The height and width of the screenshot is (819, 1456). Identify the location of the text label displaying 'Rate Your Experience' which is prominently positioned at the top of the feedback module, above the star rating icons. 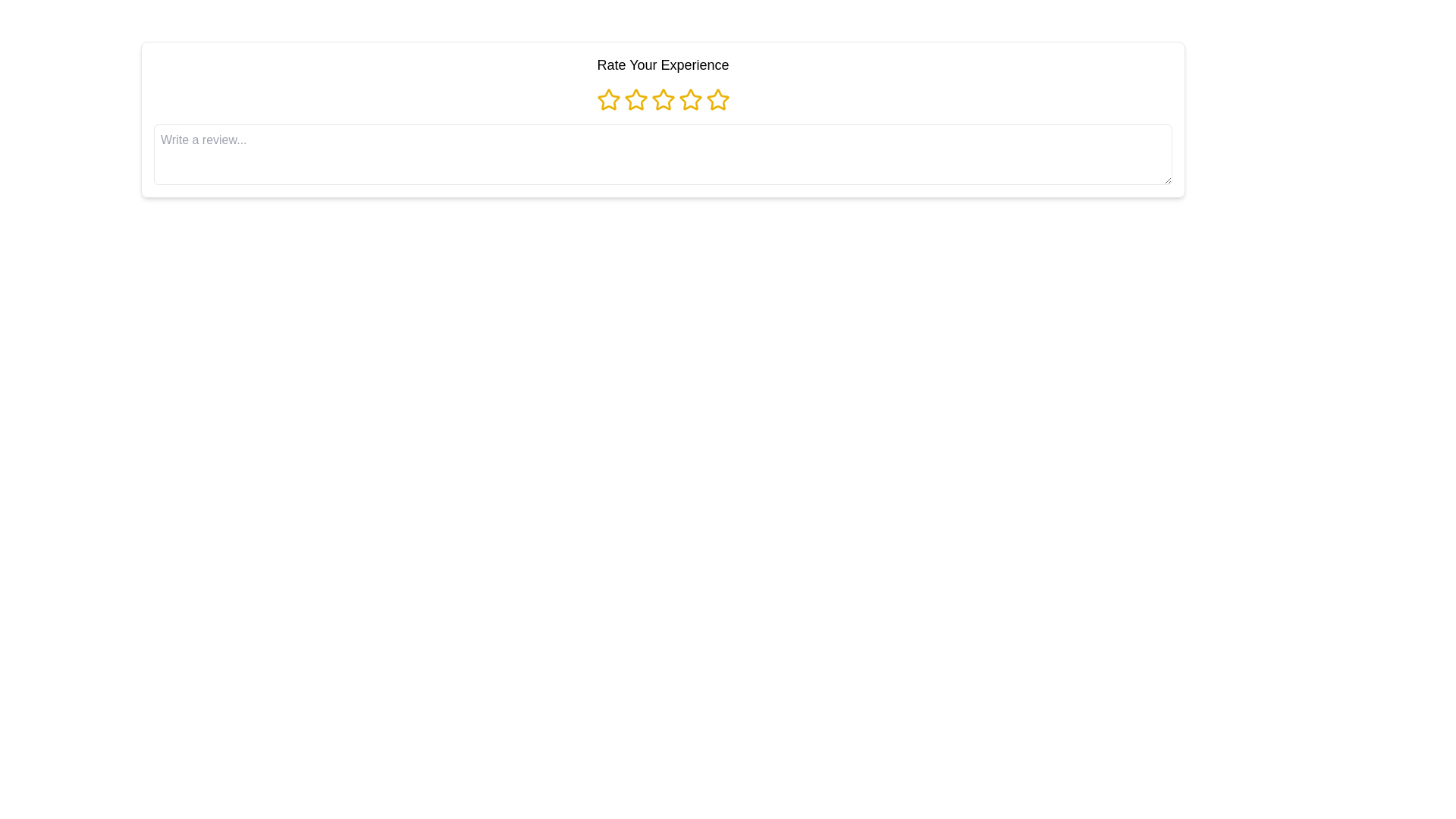
(663, 64).